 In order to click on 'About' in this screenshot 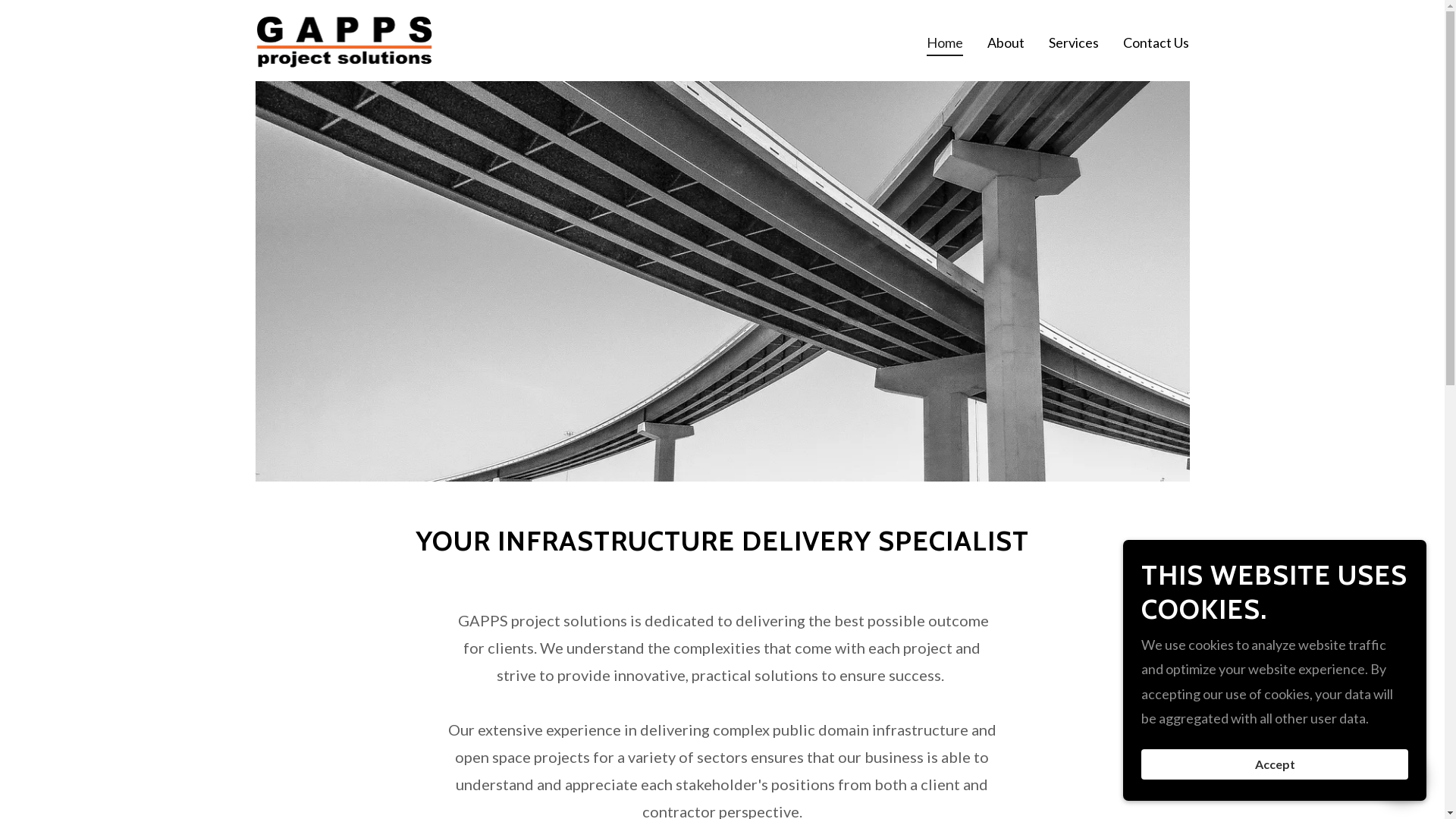, I will do `click(1006, 40)`.